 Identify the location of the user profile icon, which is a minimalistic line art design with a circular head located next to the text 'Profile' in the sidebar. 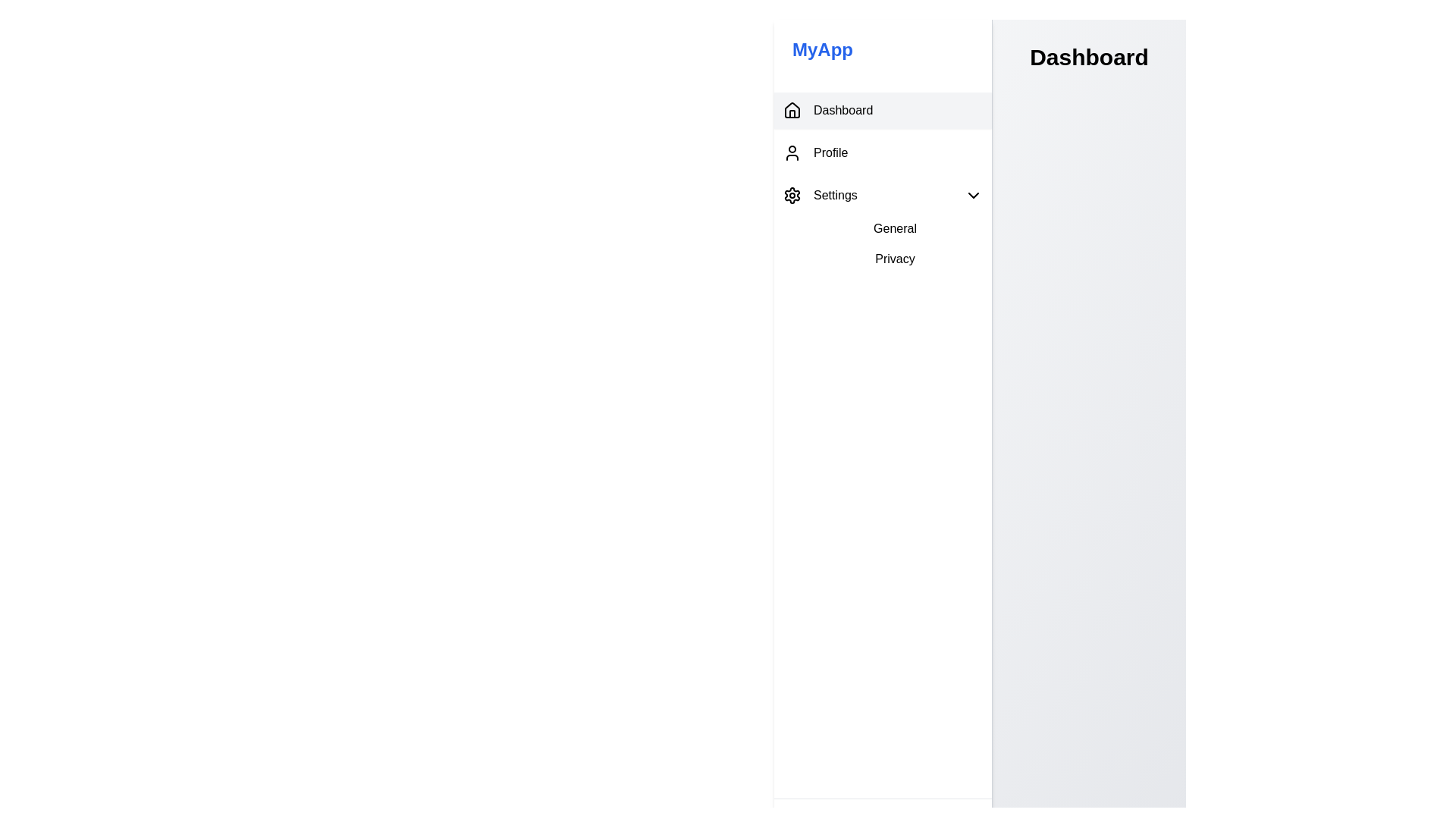
(792, 152).